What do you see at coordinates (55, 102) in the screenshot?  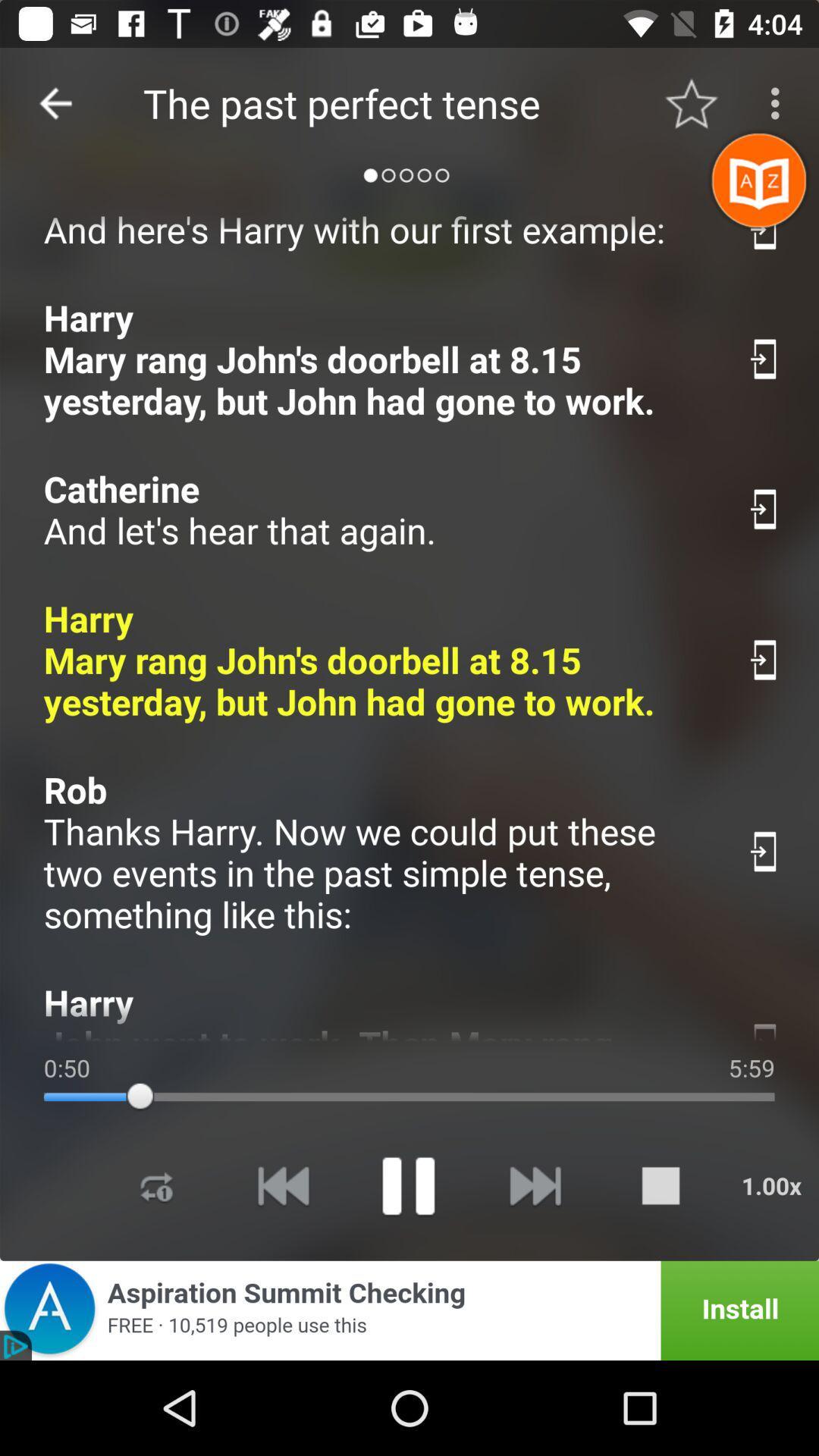 I see `the icon next to the the past perfect` at bounding box center [55, 102].